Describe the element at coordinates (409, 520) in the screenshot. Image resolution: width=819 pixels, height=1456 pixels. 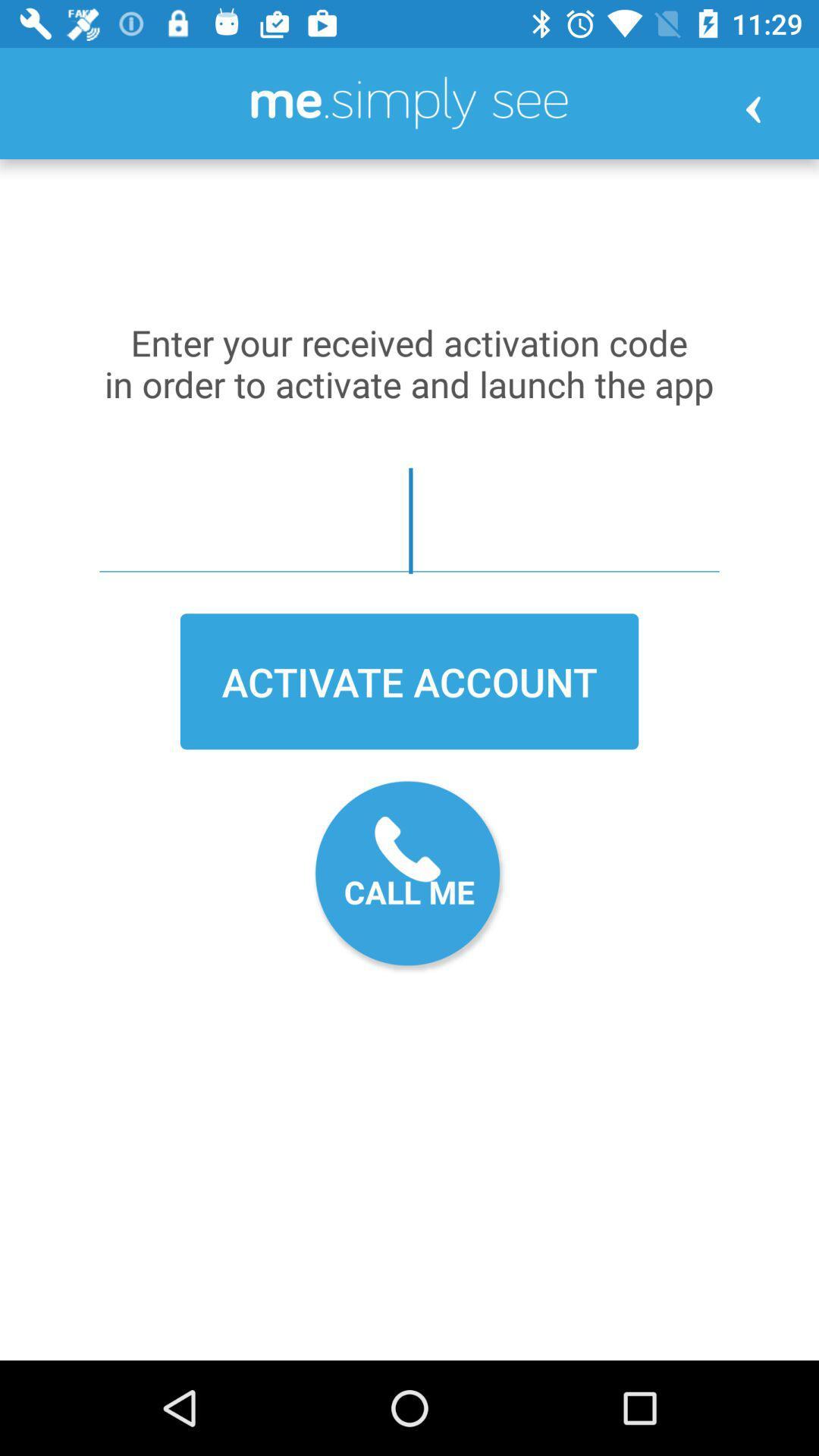
I see `item below enter your received icon` at that location.